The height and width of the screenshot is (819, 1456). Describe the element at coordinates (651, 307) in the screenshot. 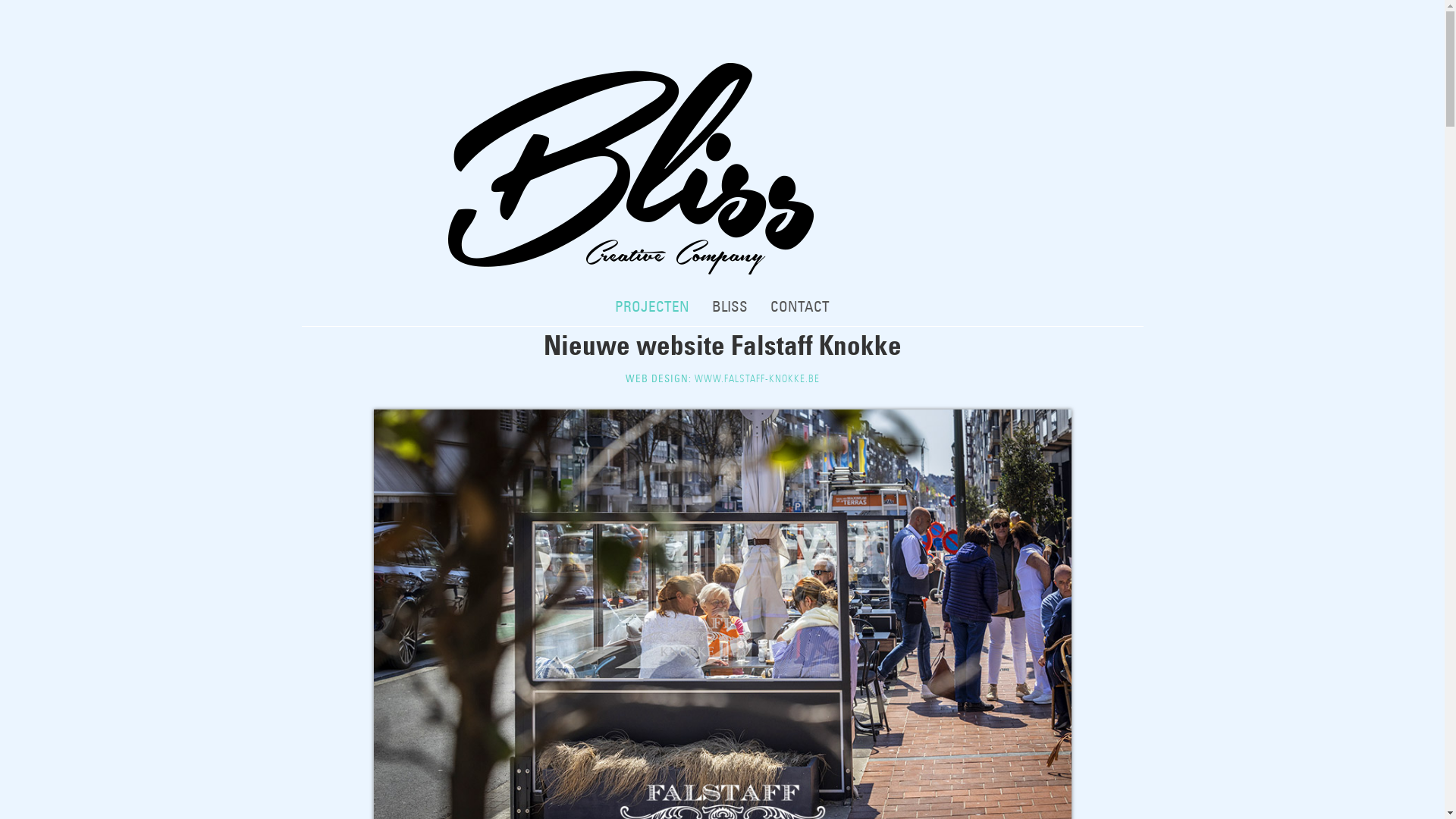

I see `'PROJECTEN'` at that location.